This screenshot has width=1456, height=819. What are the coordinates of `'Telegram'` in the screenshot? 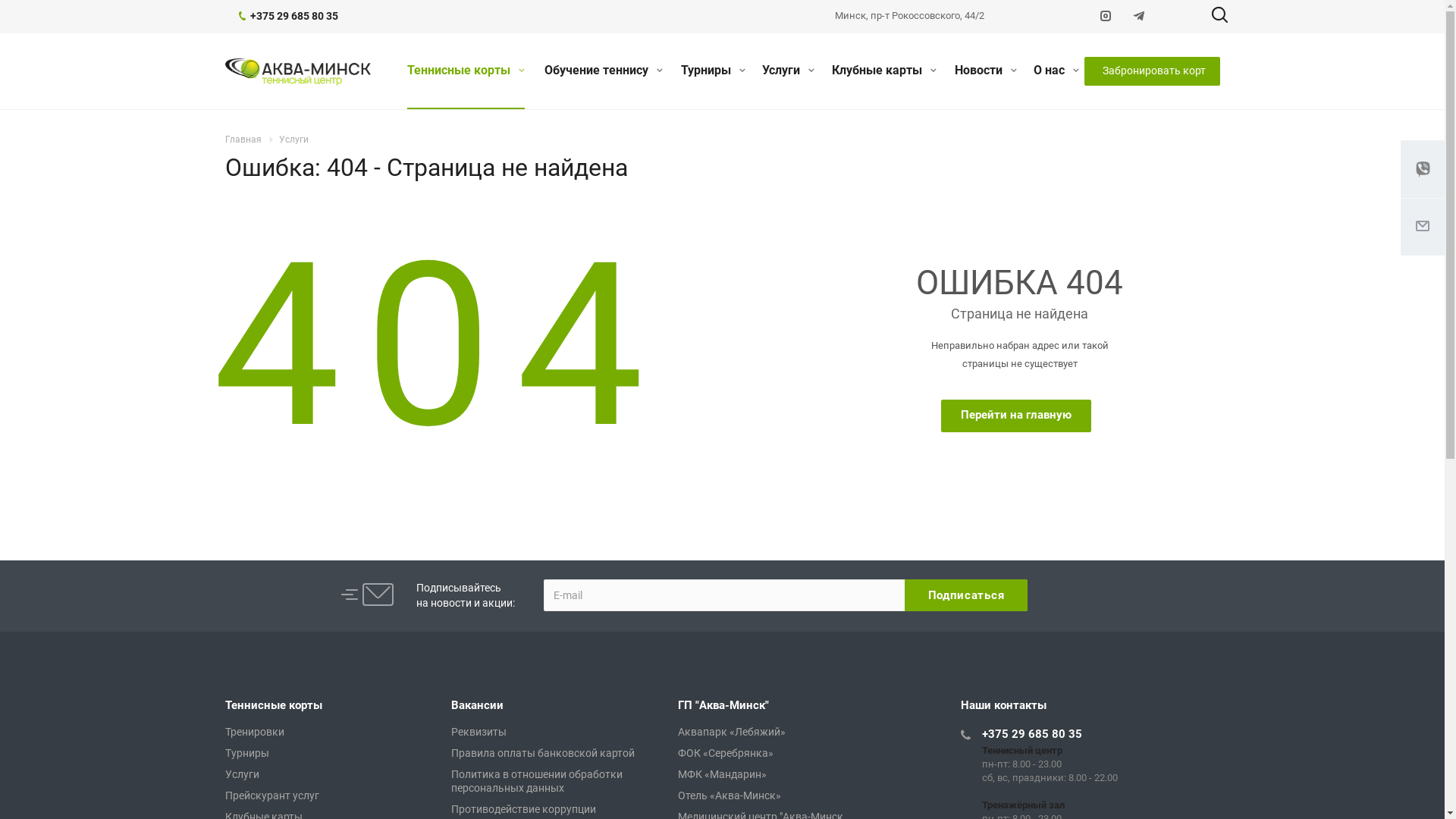 It's located at (1139, 17).